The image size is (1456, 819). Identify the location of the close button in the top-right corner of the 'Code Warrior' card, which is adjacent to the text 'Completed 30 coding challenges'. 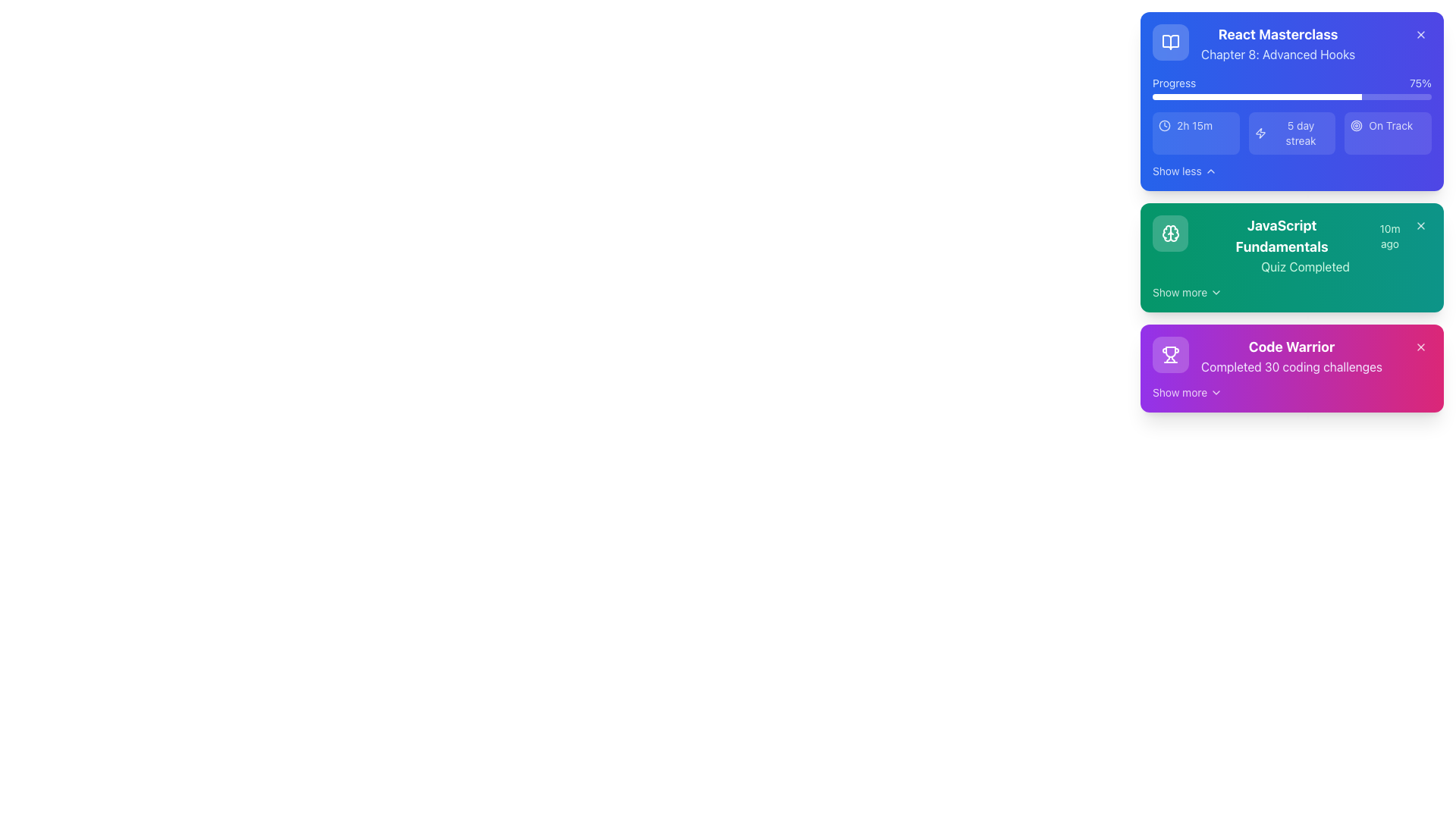
(1420, 347).